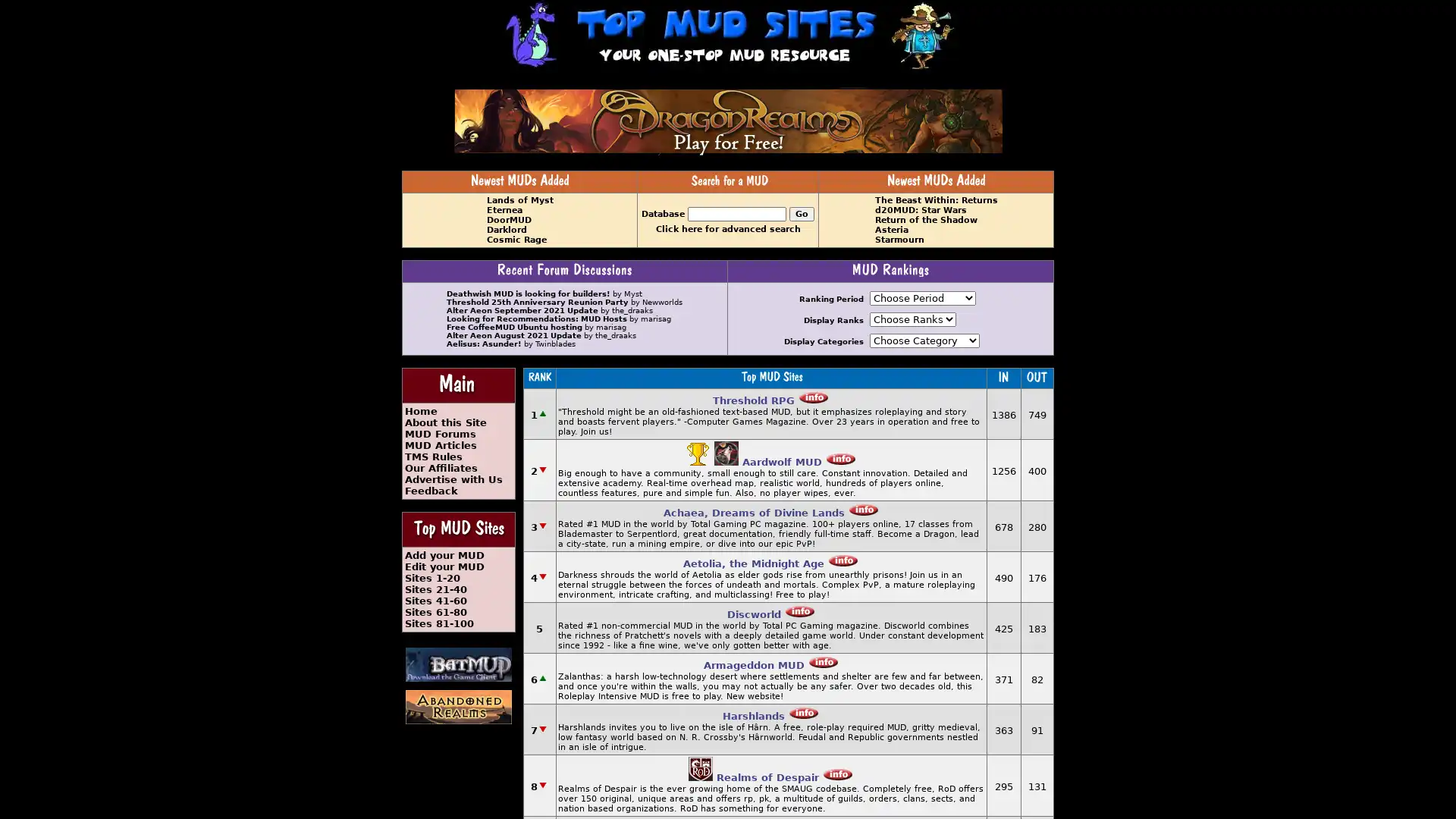  I want to click on Go, so click(801, 213).